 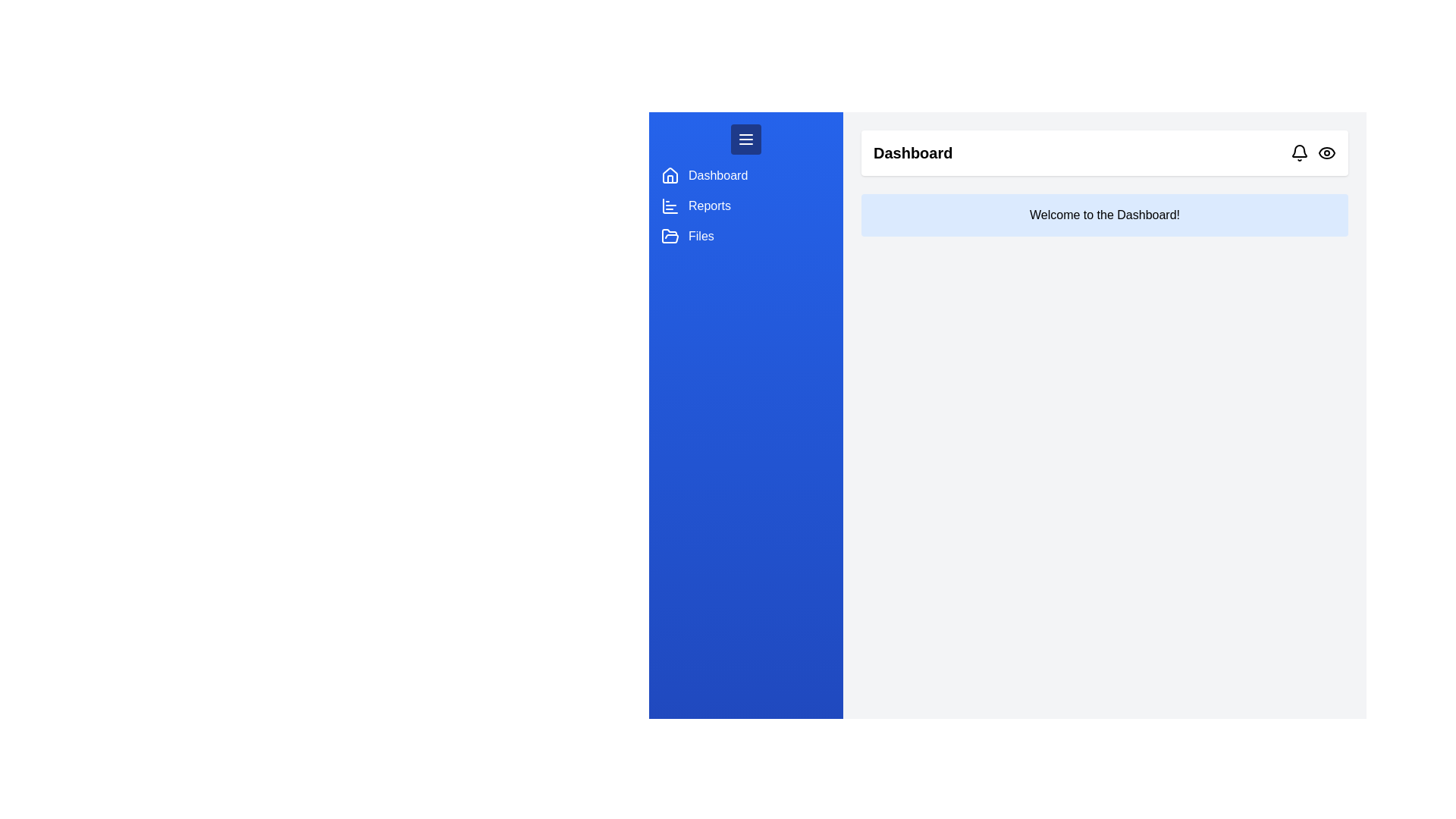 What do you see at coordinates (1313, 152) in the screenshot?
I see `the bell and eye icons` at bounding box center [1313, 152].